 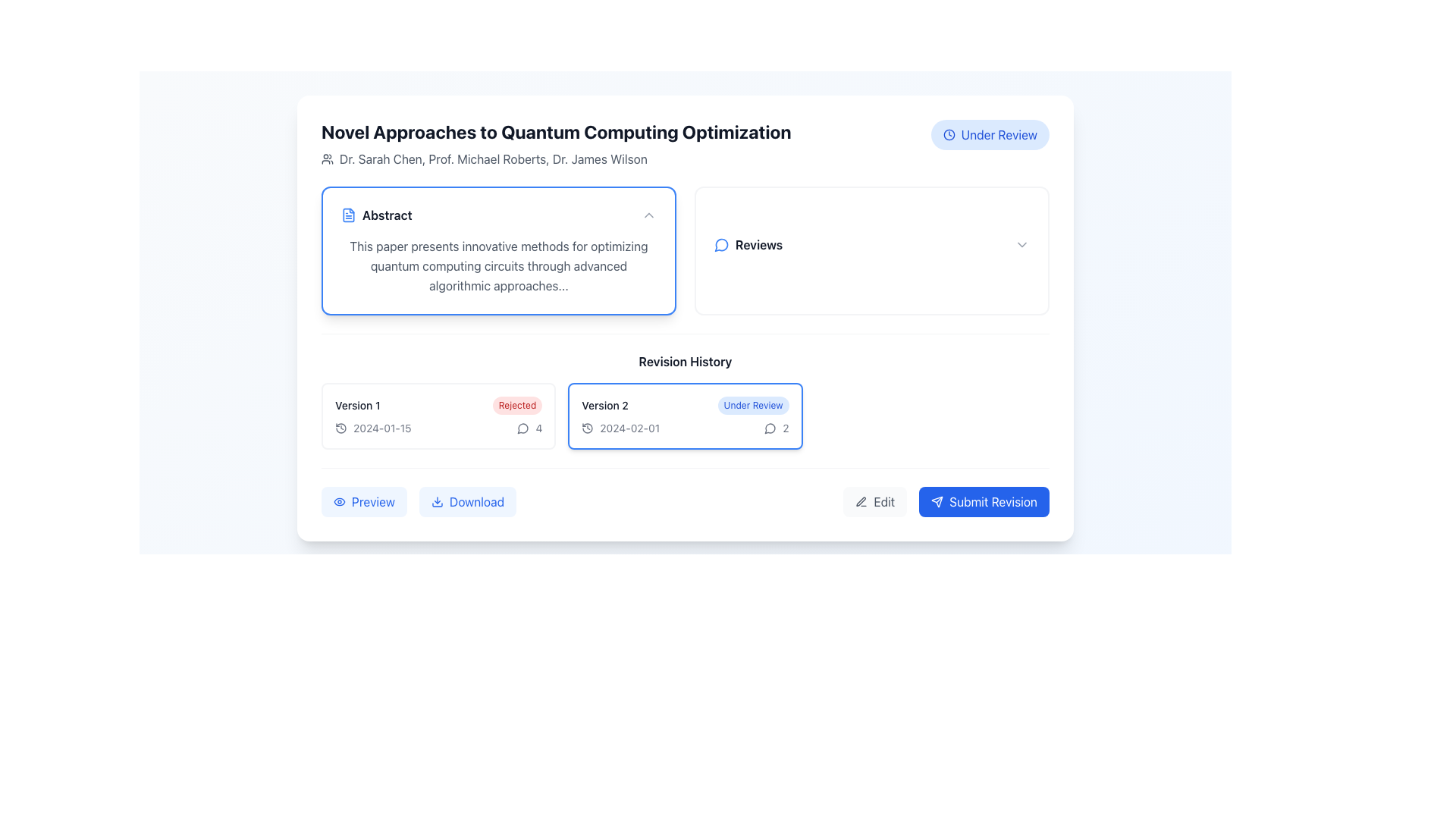 I want to click on the SVG icon resembling a paper airplane located inside the 'Submit Revision' button near the bottom-right corner of the interface, so click(x=937, y=502).